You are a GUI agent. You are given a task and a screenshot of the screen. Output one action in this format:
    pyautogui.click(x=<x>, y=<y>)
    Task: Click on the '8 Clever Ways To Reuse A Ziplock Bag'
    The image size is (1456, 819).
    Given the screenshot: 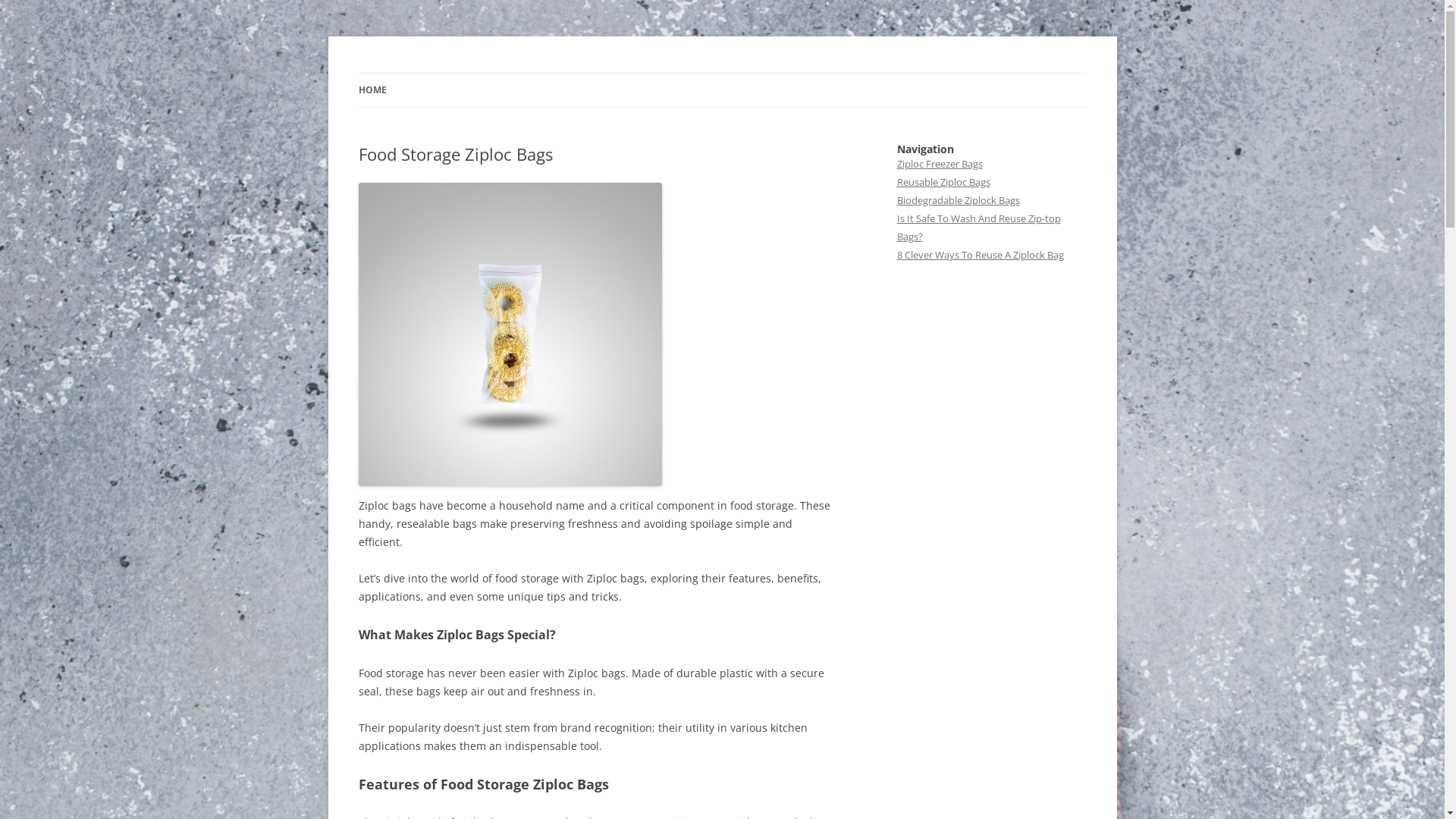 What is the action you would take?
    pyautogui.click(x=979, y=253)
    